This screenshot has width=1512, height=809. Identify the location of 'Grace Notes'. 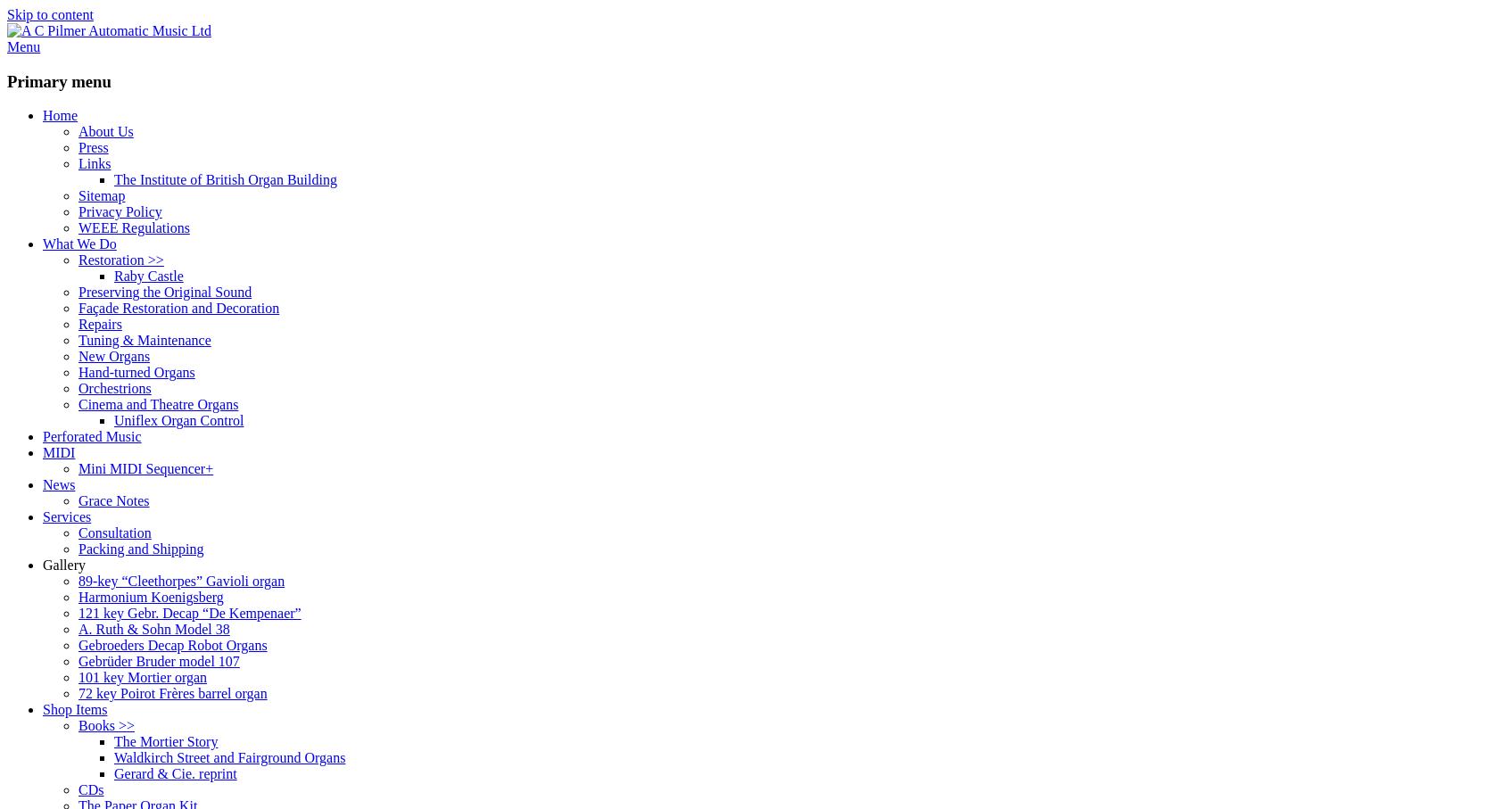
(112, 500).